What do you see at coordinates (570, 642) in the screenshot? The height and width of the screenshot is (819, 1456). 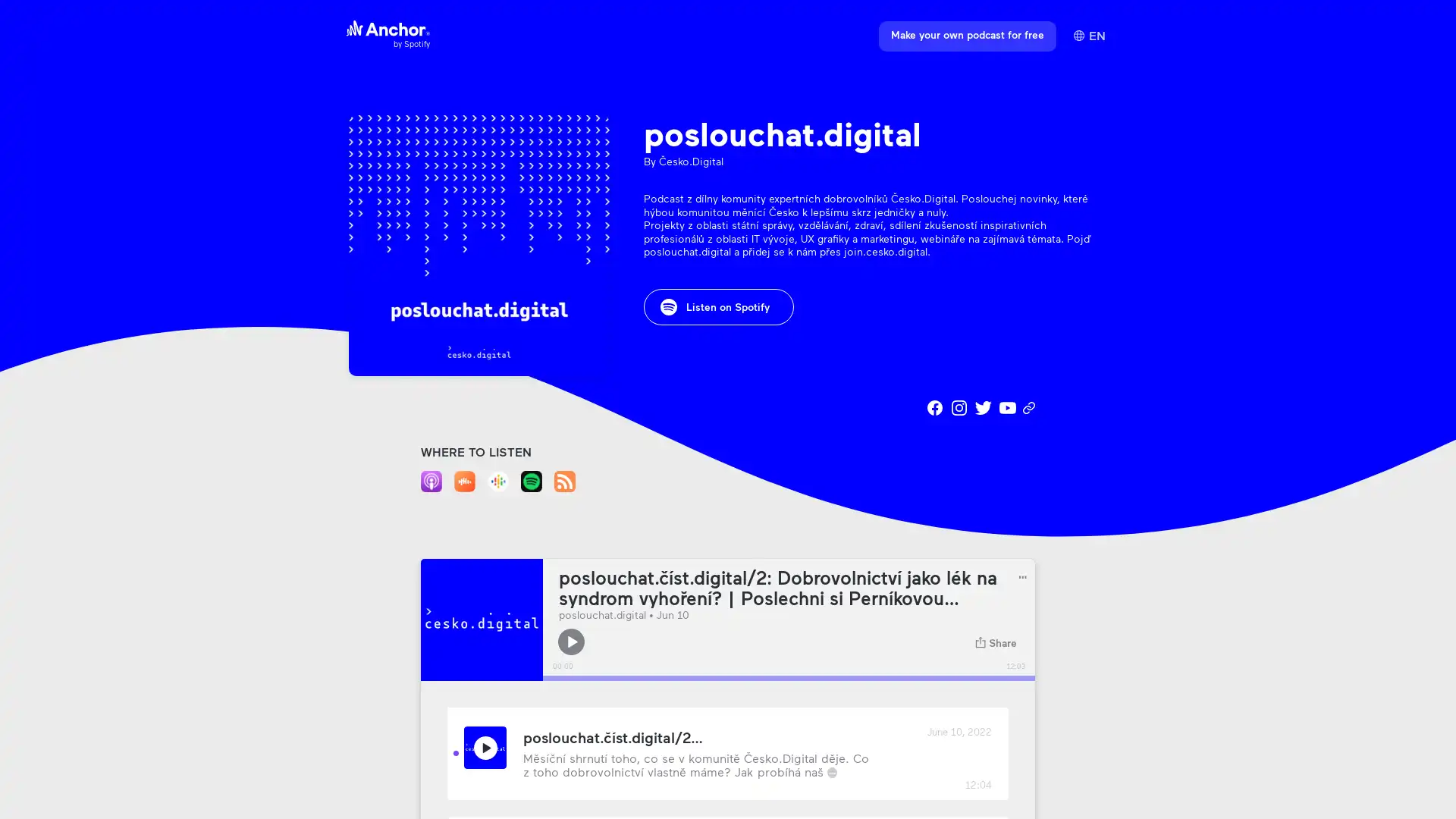 I see `Play or pause` at bounding box center [570, 642].